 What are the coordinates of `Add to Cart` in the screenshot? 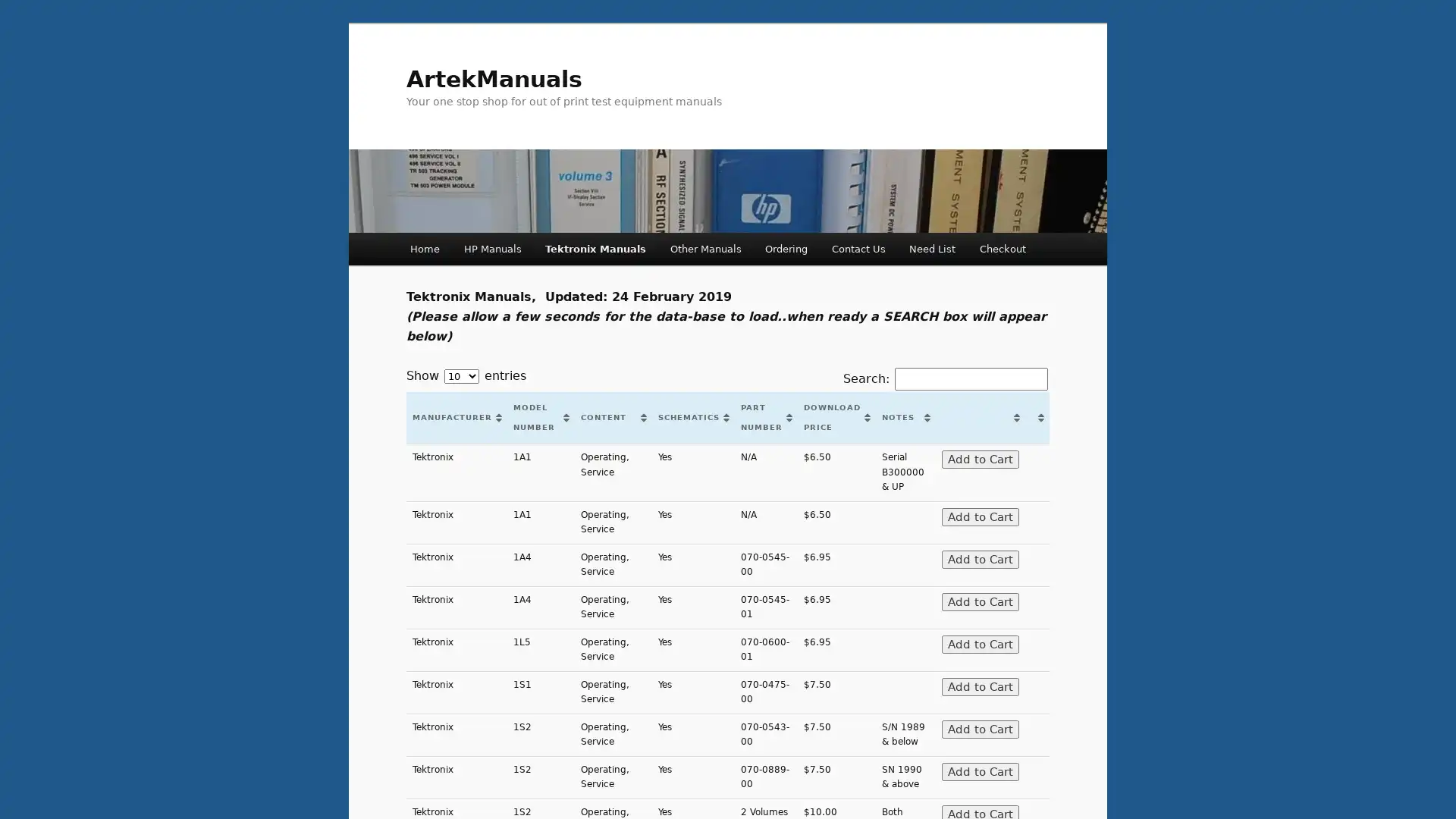 It's located at (979, 601).